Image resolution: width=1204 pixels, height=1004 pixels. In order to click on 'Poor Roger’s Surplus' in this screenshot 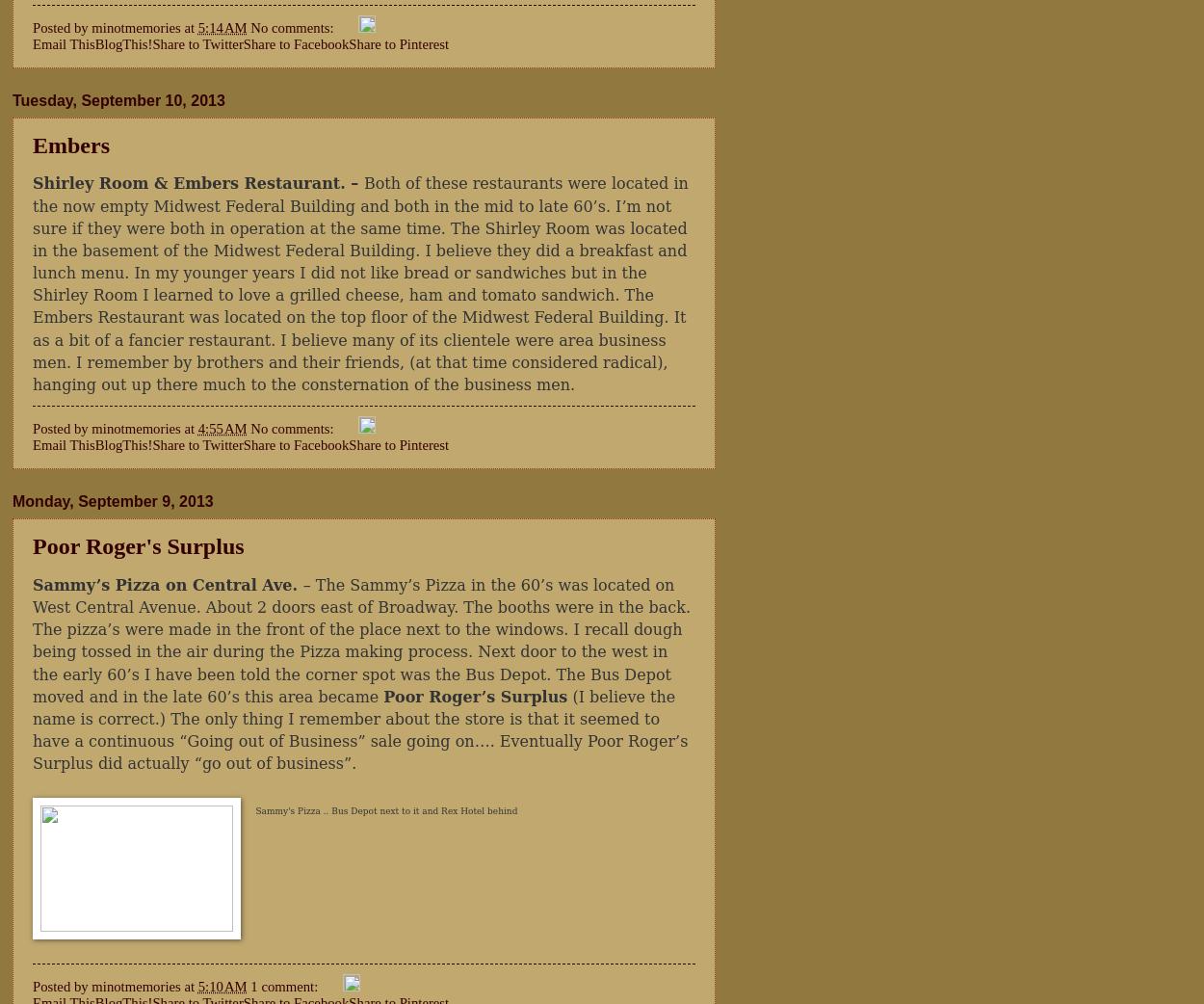, I will do `click(474, 695)`.